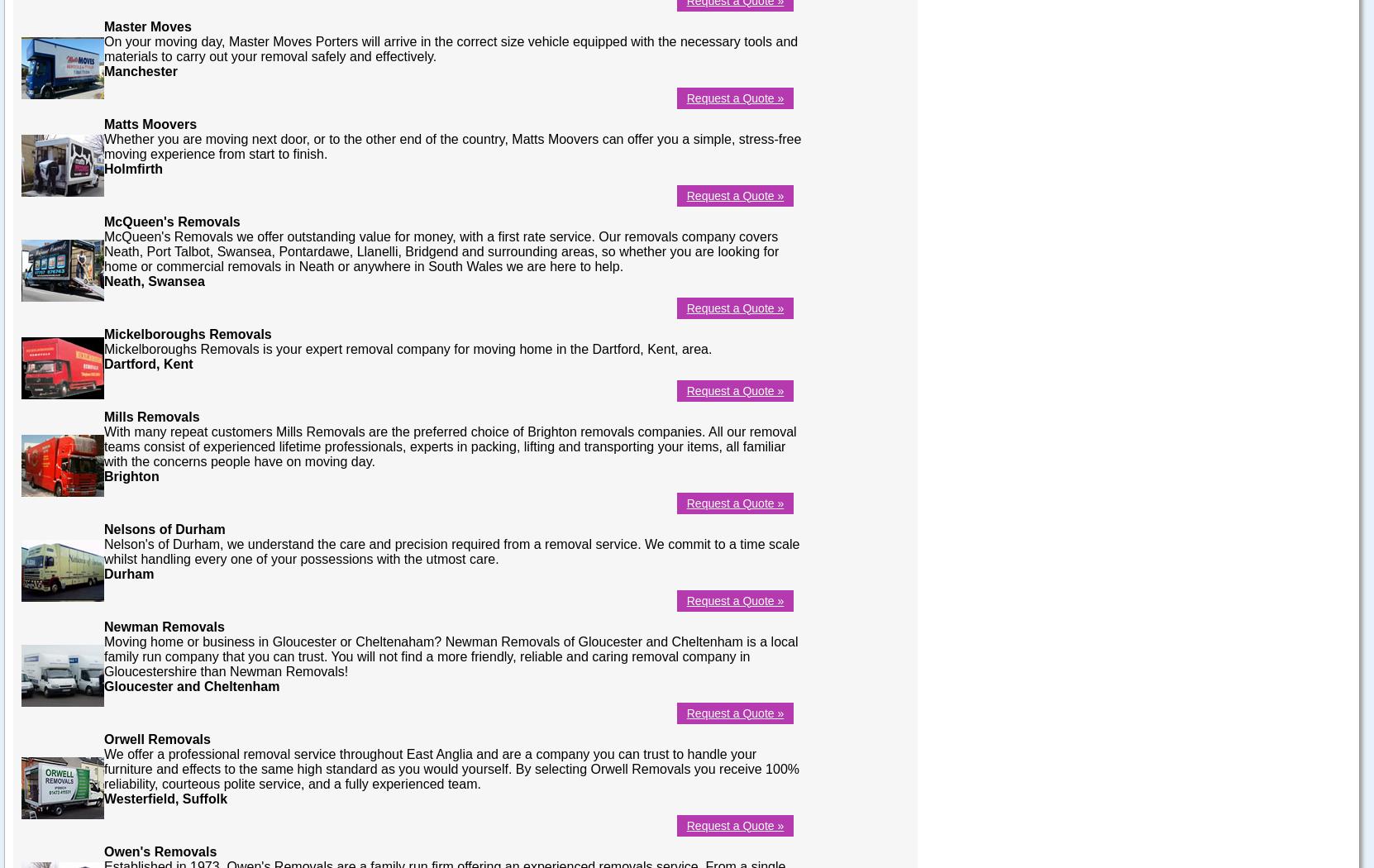 The image size is (1374, 868). Describe the element at coordinates (449, 446) in the screenshot. I see `'With many repeat customers Mills Removals are the preferred choice of Brighton removals companies.

All our removal teams consist of experienced lifetime professionals, experts in packing, lifting and transporting your items, all familiar with the concerns people have on moving day.'` at that location.